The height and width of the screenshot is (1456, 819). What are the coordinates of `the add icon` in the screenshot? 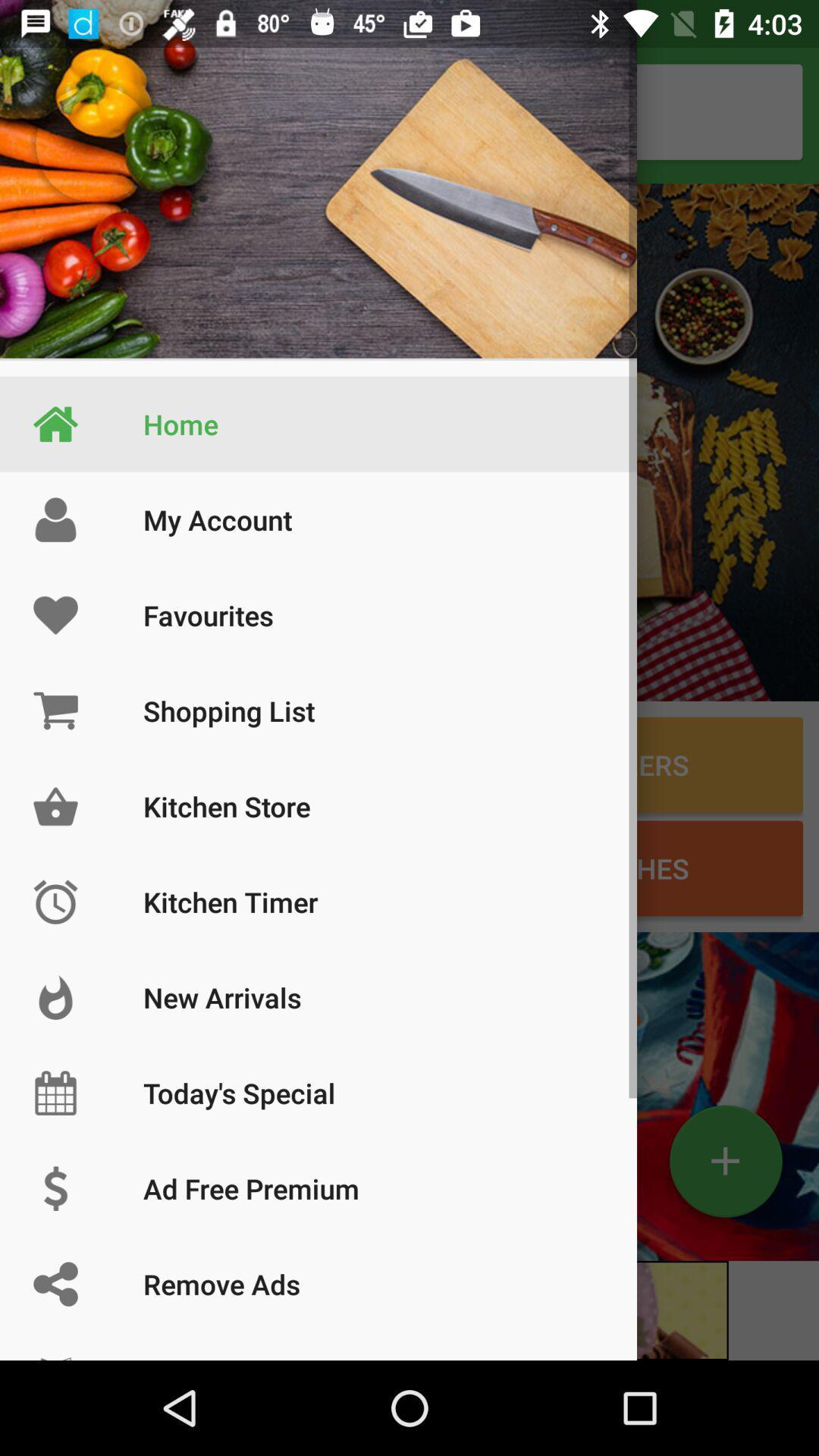 It's located at (724, 1166).